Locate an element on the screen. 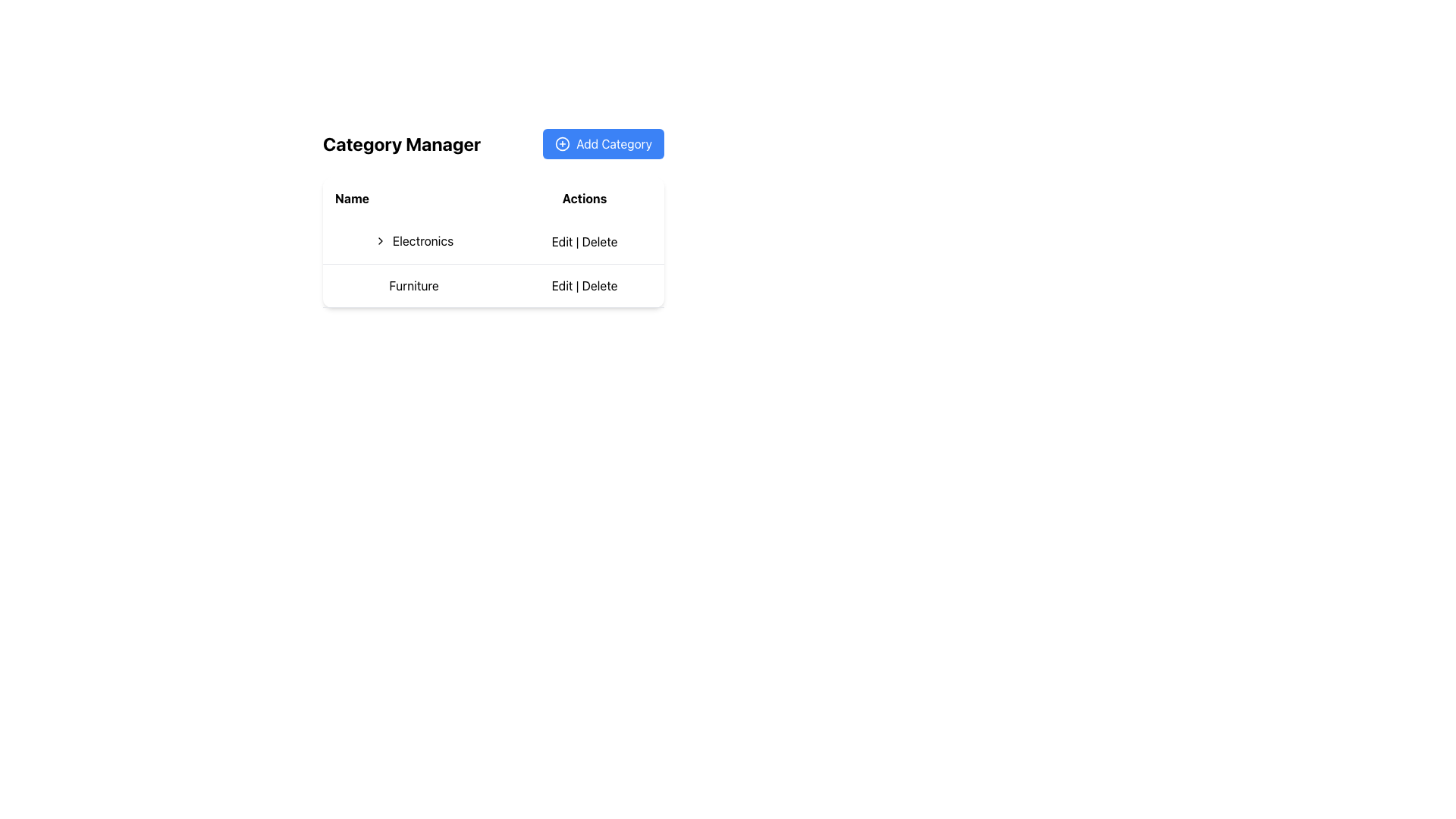  the 'Furniture' text label is located at coordinates (414, 286).